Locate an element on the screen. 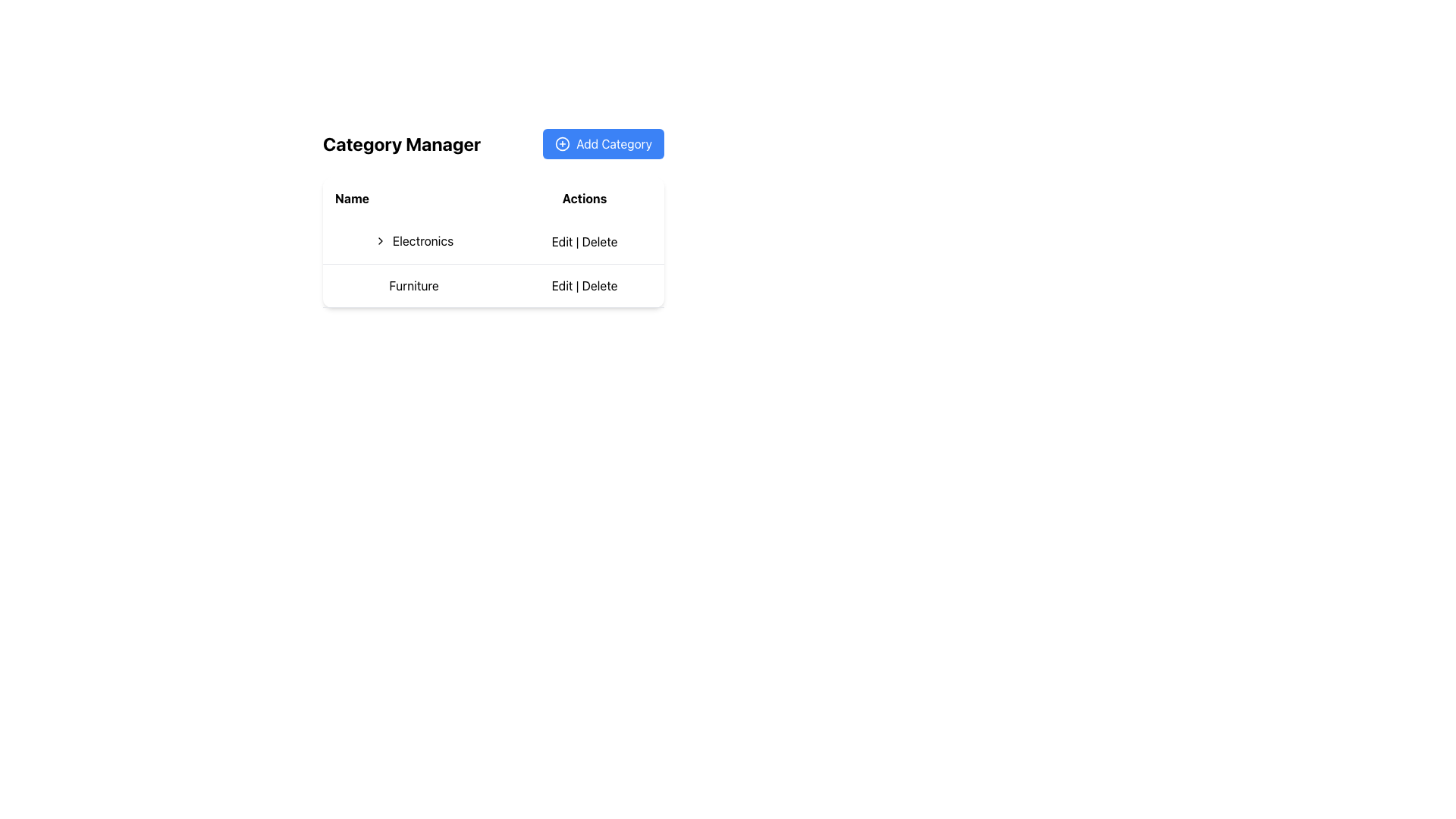  the 'Furniture' text label is located at coordinates (414, 286).